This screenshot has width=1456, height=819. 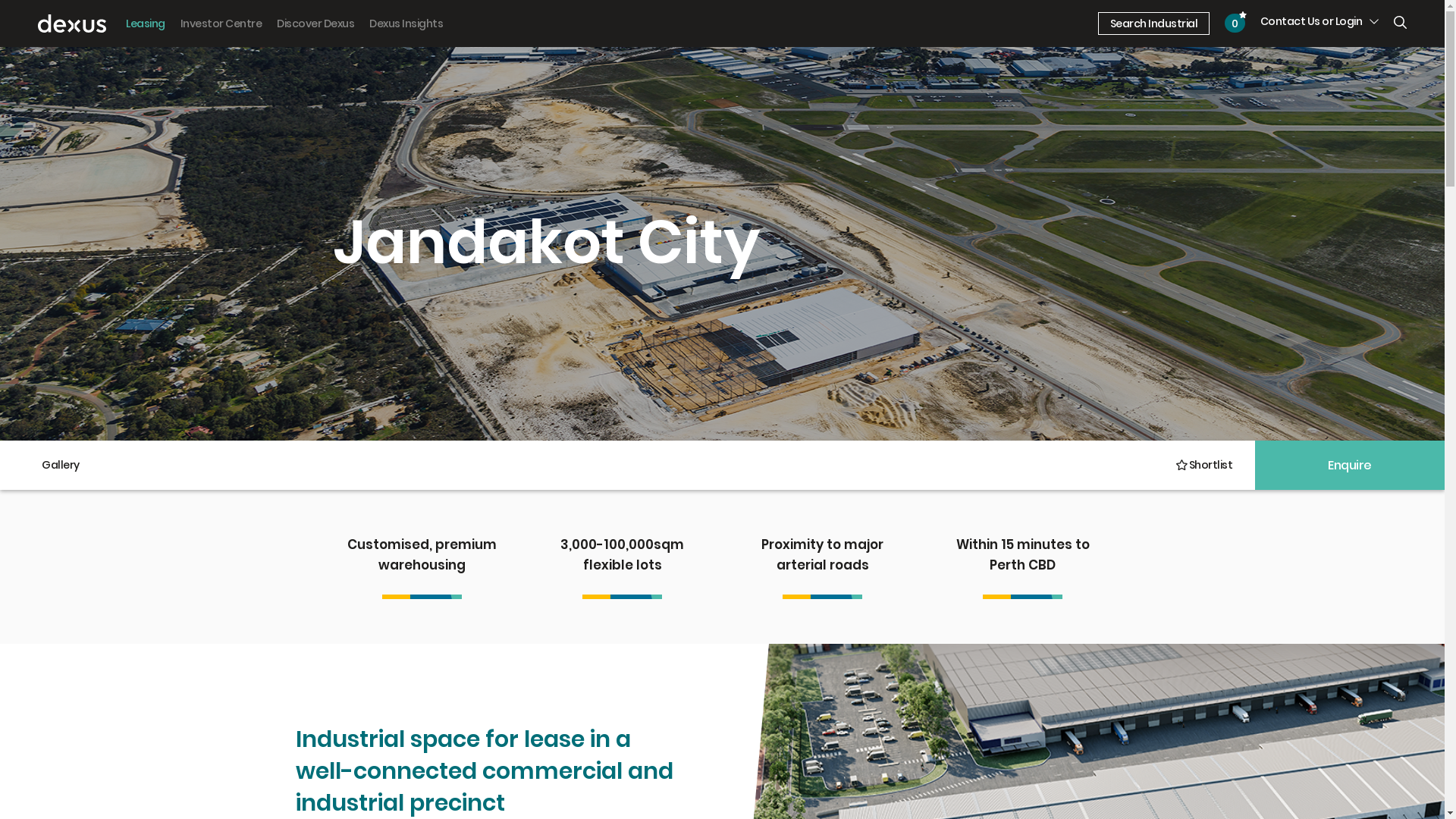 What do you see at coordinates (146, 24) in the screenshot?
I see `'Leasing'` at bounding box center [146, 24].